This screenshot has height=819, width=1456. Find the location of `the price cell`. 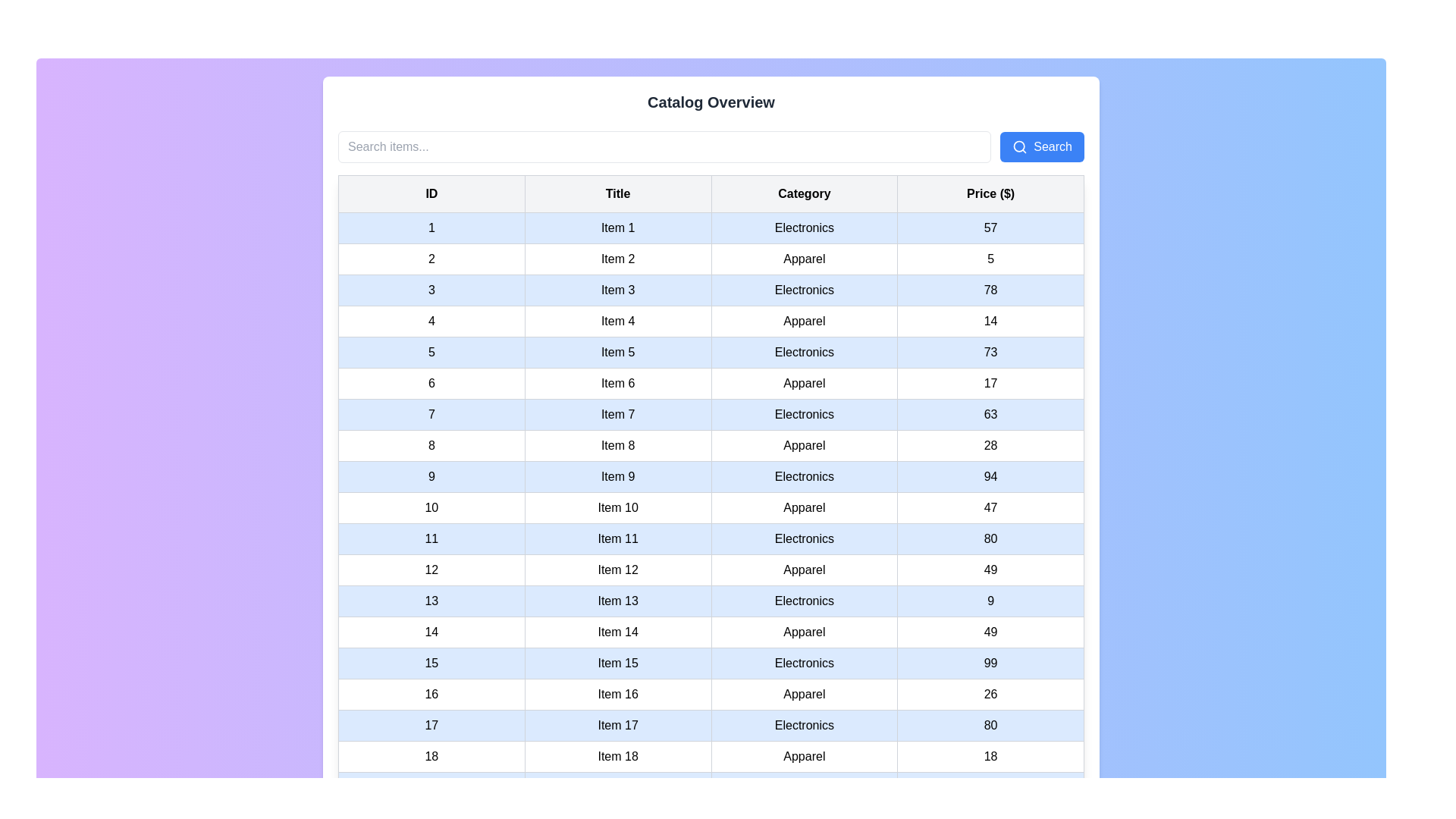

the price cell is located at coordinates (990, 694).